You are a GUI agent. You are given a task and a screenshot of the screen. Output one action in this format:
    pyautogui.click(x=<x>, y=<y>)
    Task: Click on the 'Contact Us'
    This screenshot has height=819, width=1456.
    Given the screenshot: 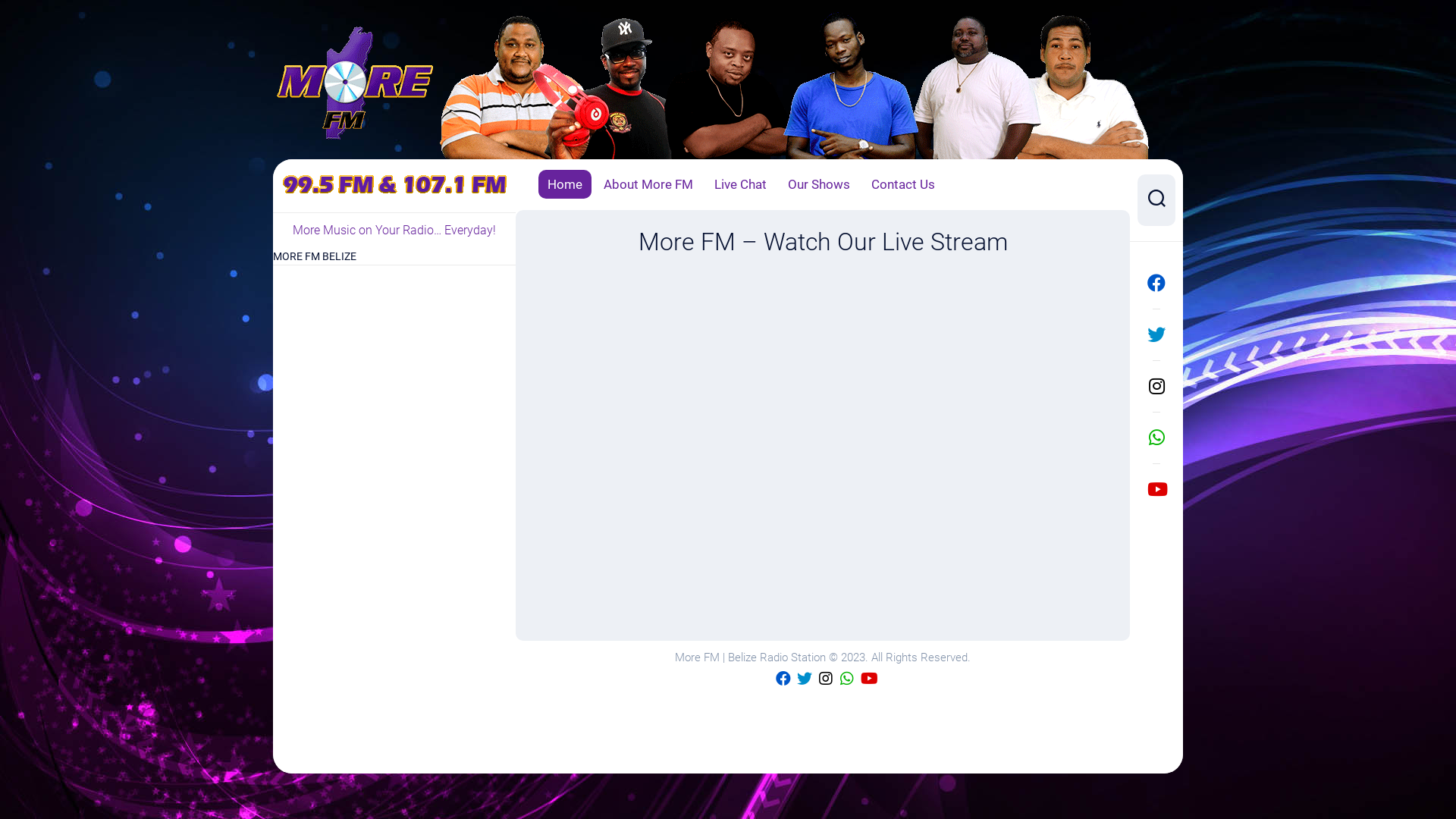 What is the action you would take?
    pyautogui.click(x=871, y=184)
    